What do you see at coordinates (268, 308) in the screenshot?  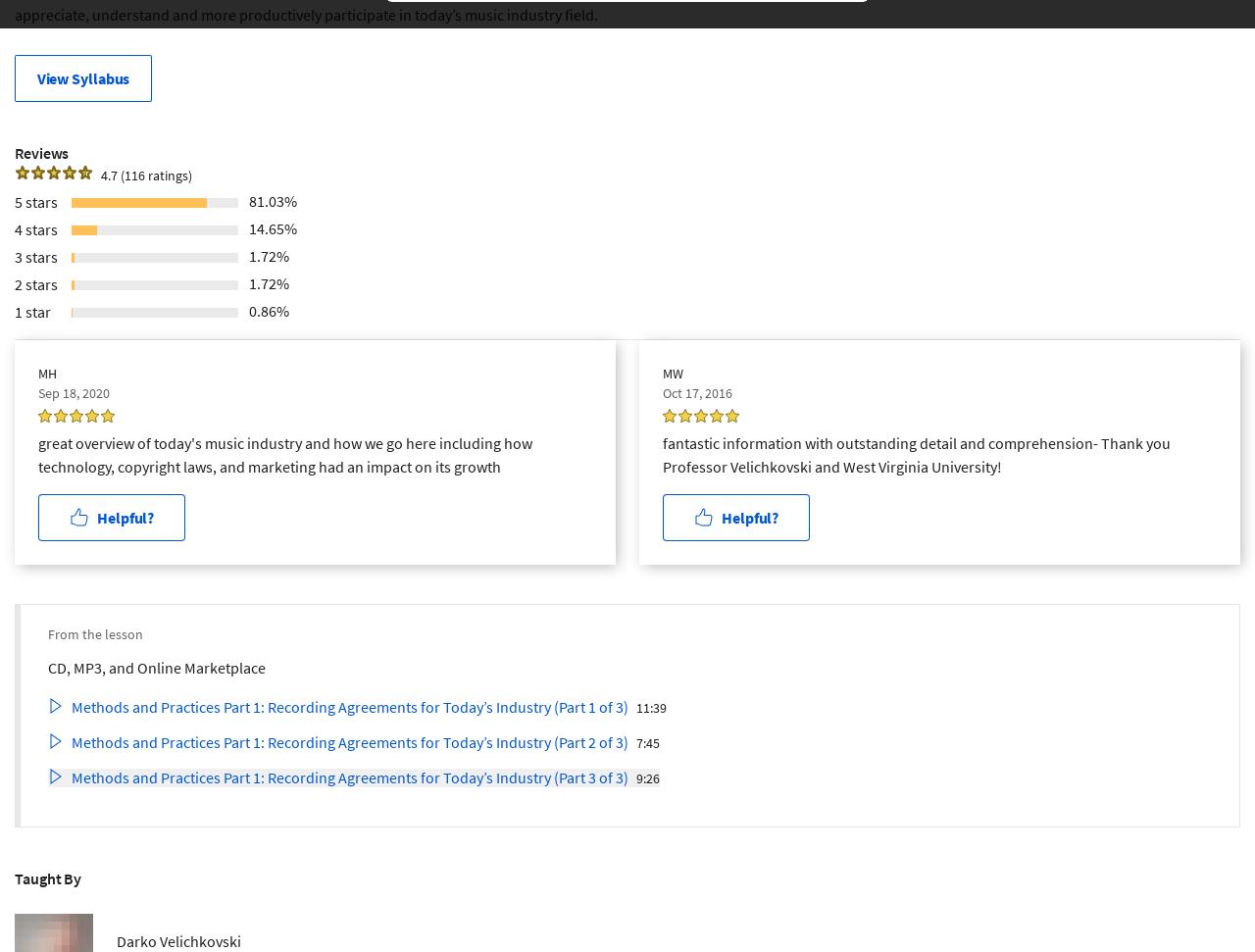 I see `'0.86%'` at bounding box center [268, 308].